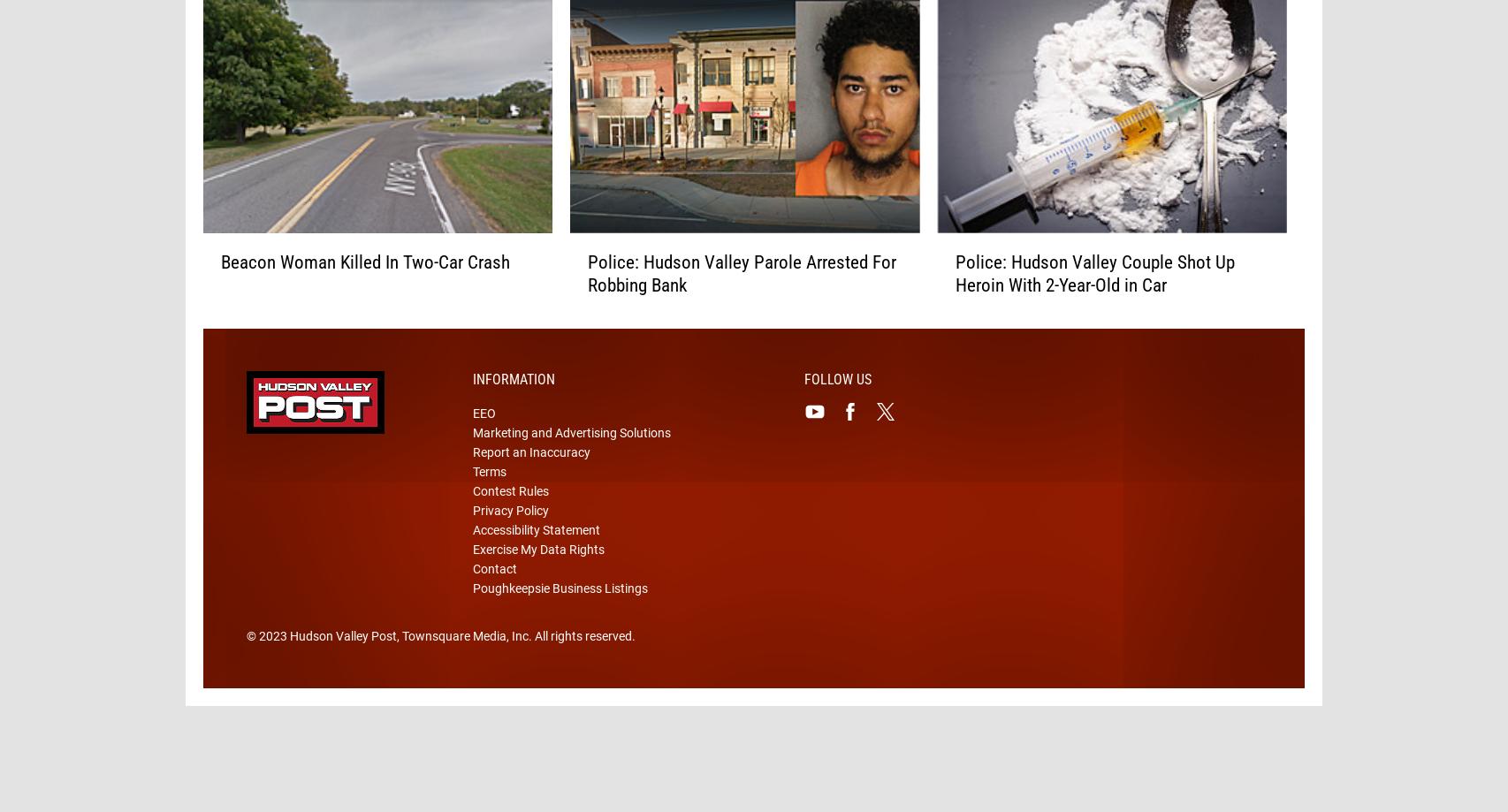 The width and height of the screenshot is (1508, 812). What do you see at coordinates (488, 499) in the screenshot?
I see `'Terms'` at bounding box center [488, 499].